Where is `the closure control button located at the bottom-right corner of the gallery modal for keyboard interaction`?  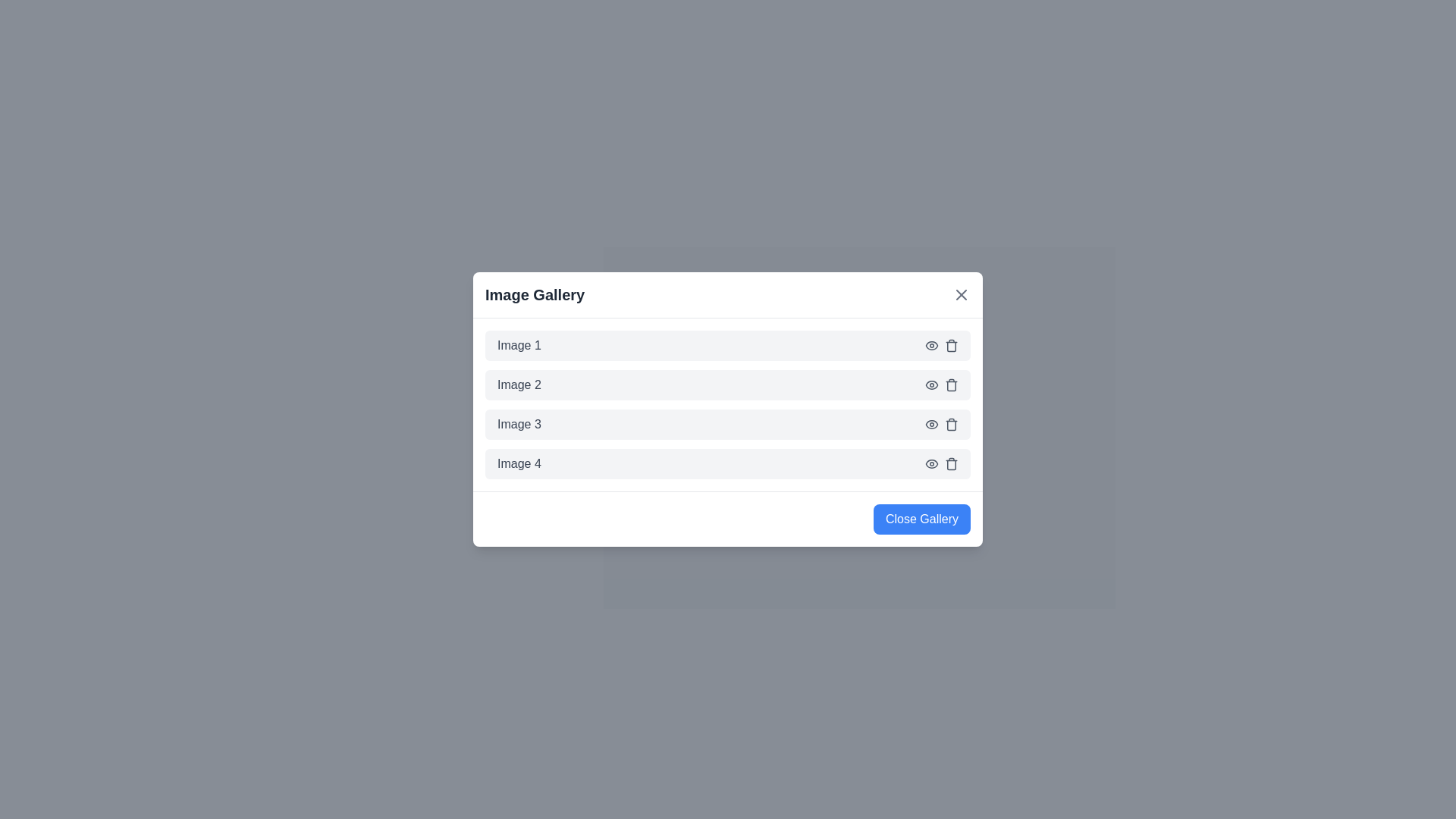 the closure control button located at the bottom-right corner of the gallery modal for keyboard interaction is located at coordinates (921, 519).